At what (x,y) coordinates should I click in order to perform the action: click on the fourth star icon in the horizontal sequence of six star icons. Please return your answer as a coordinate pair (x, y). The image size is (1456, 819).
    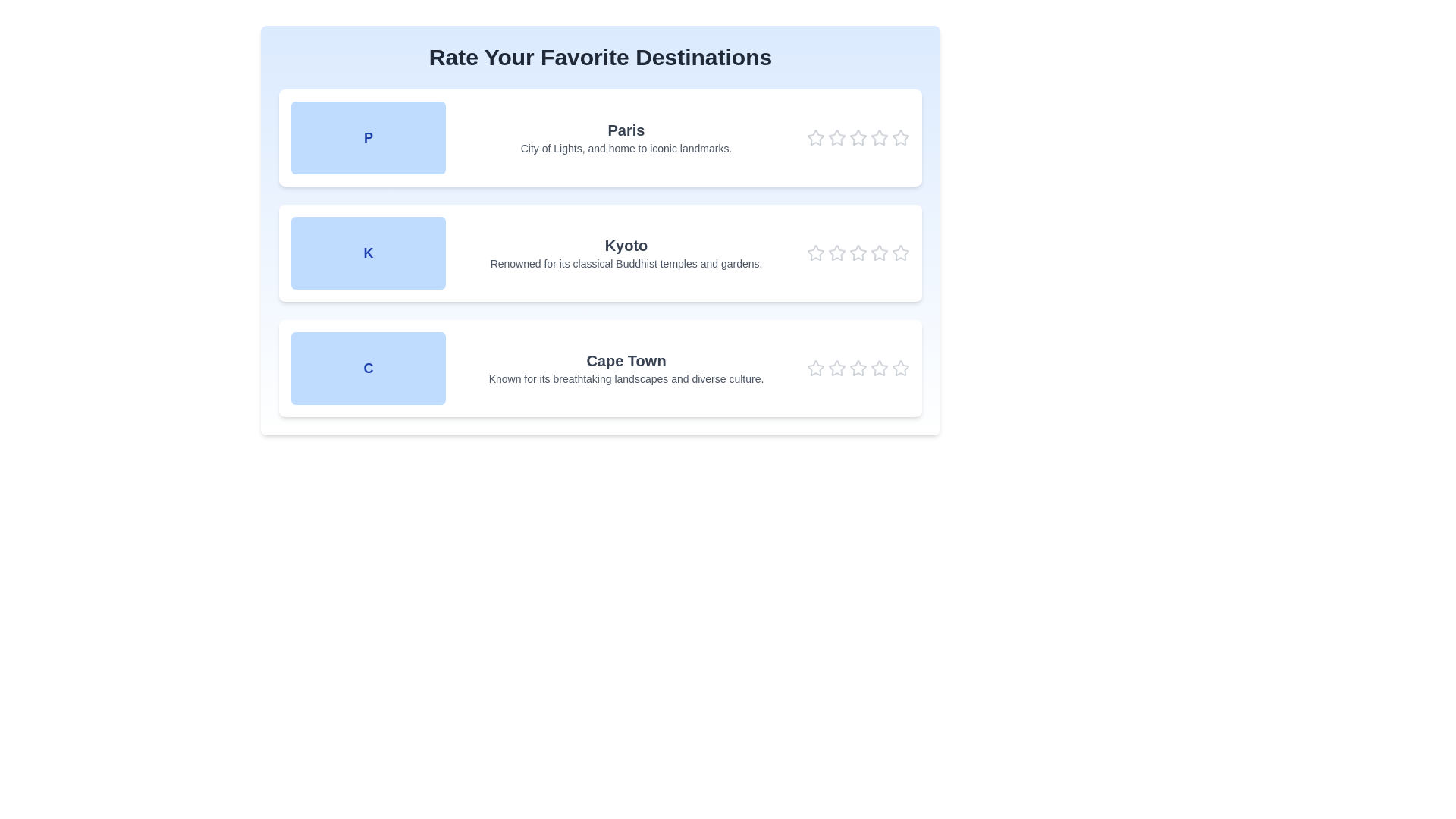
    Looking at the image, I should click on (858, 253).